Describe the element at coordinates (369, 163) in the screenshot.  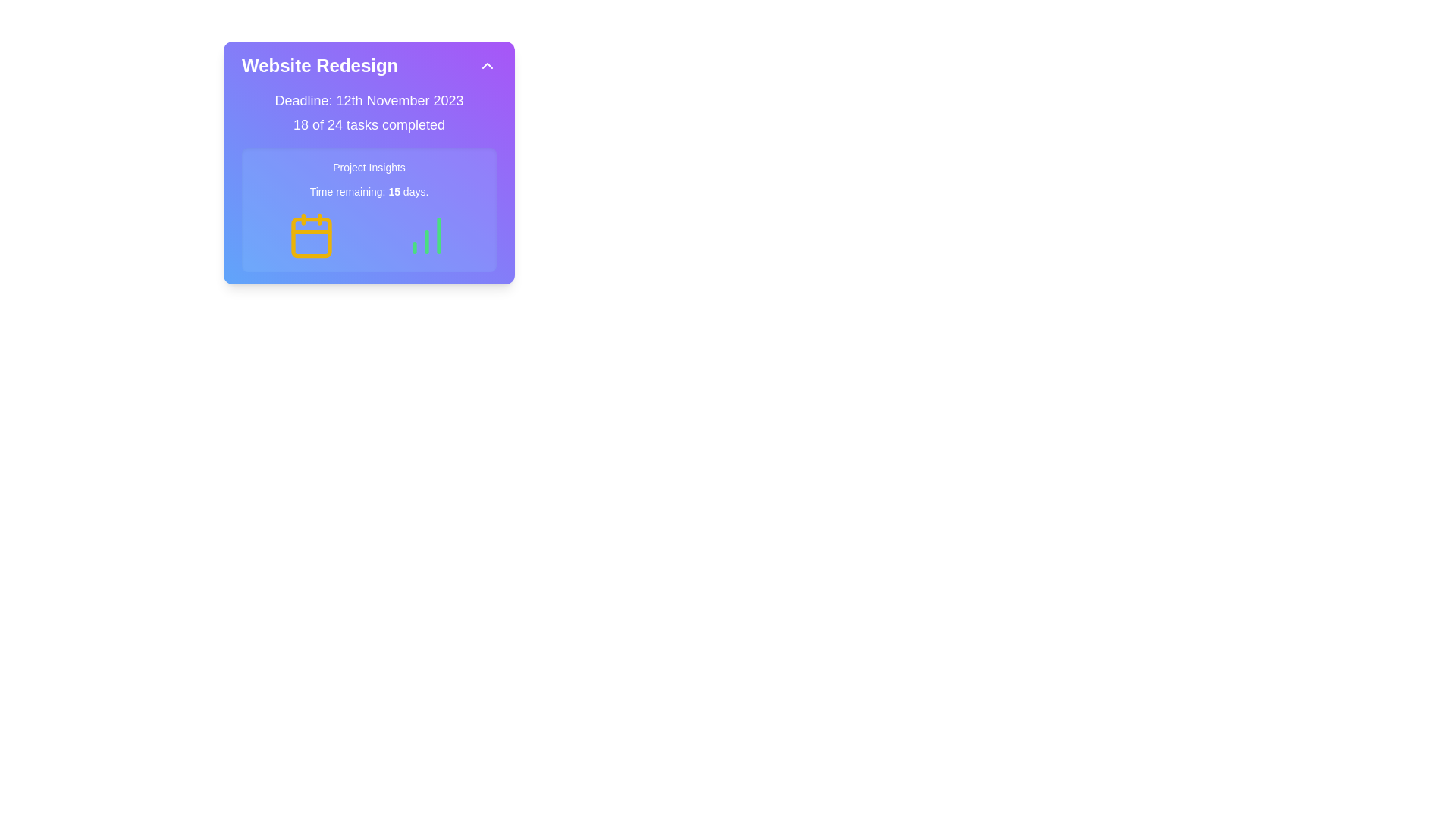
I see `displayed text from the project overview card, which has a gradient background and rounded borders, positioned centrally in the interface` at that location.